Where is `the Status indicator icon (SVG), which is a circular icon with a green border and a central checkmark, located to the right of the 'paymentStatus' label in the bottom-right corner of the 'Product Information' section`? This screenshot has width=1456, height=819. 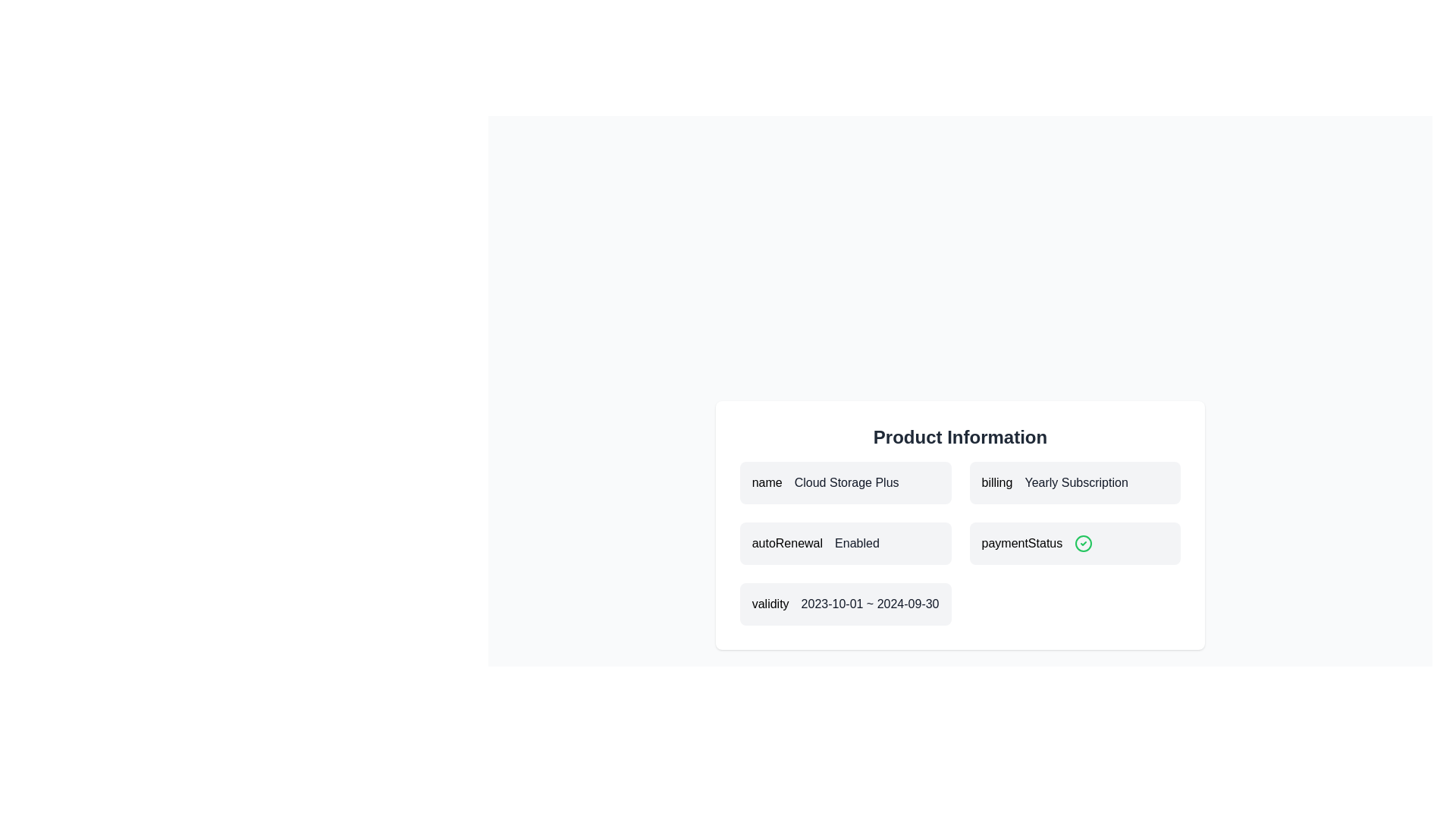
the Status indicator icon (SVG), which is a circular icon with a green border and a central checkmark, located to the right of the 'paymentStatus' label in the bottom-right corner of the 'Product Information' section is located at coordinates (1083, 543).